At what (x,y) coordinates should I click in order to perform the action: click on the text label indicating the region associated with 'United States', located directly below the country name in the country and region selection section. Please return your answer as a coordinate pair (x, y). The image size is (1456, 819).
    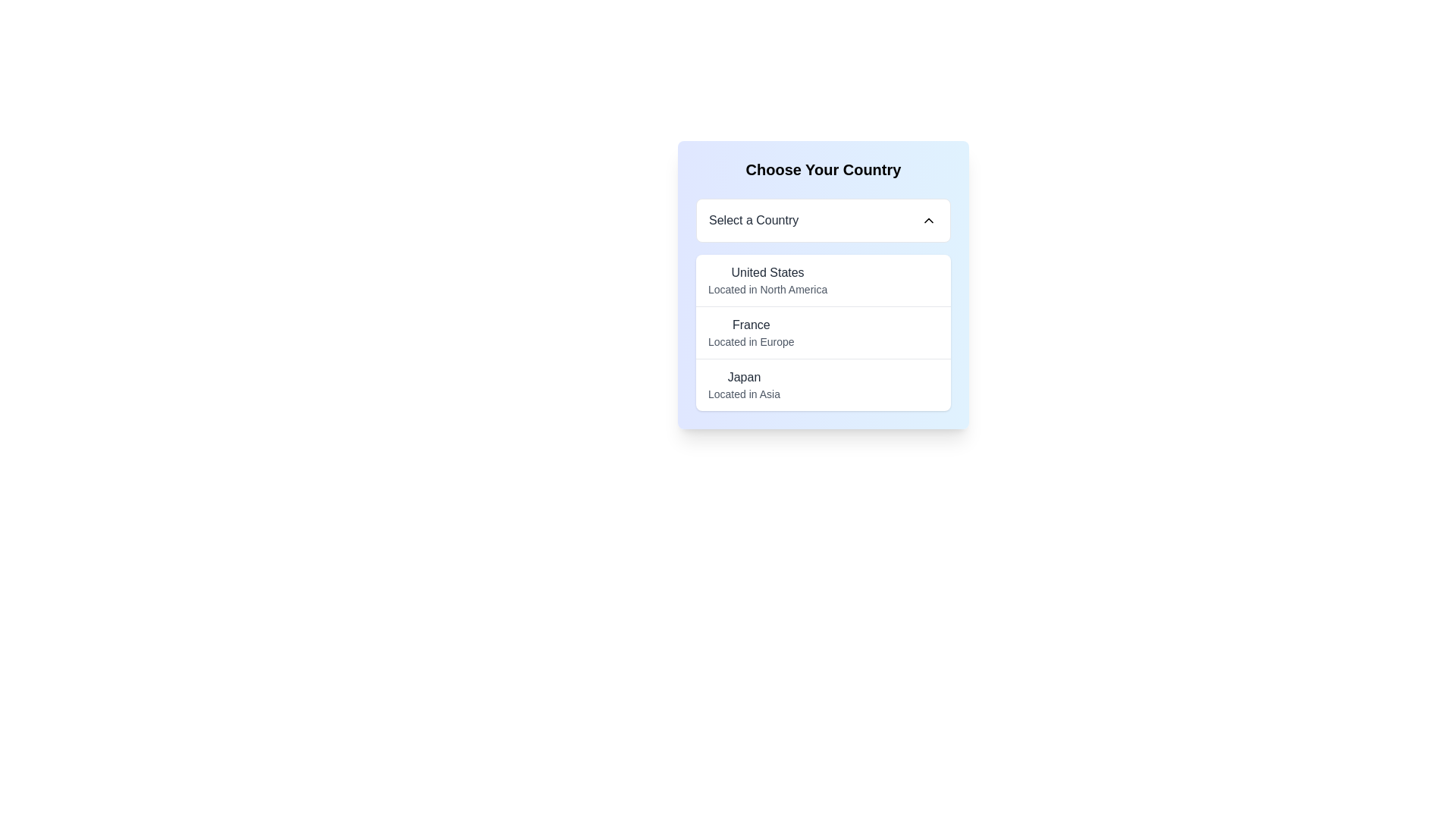
    Looking at the image, I should click on (767, 289).